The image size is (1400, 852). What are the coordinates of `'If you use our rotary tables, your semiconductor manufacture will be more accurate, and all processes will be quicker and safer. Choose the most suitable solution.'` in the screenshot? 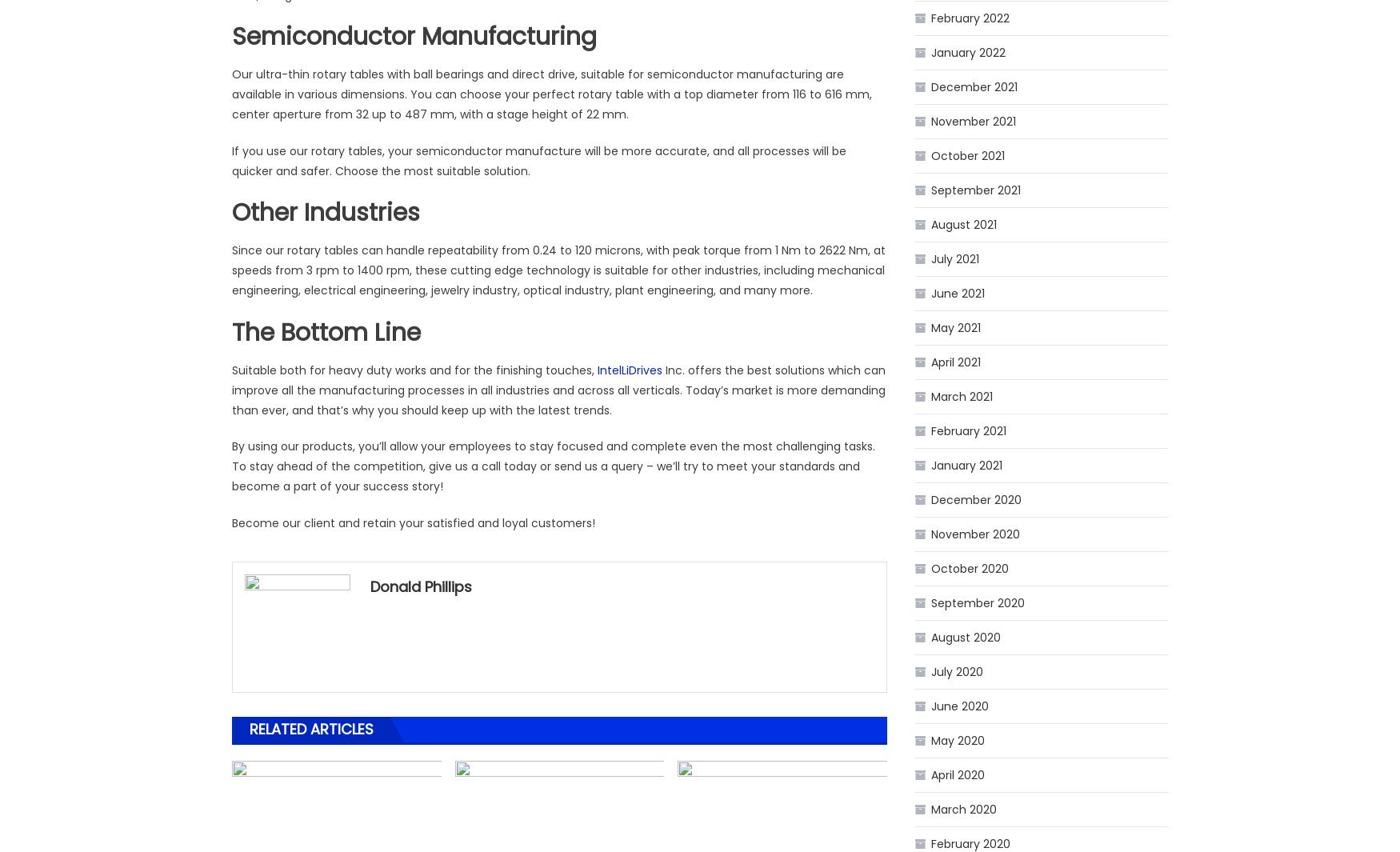 It's located at (538, 159).